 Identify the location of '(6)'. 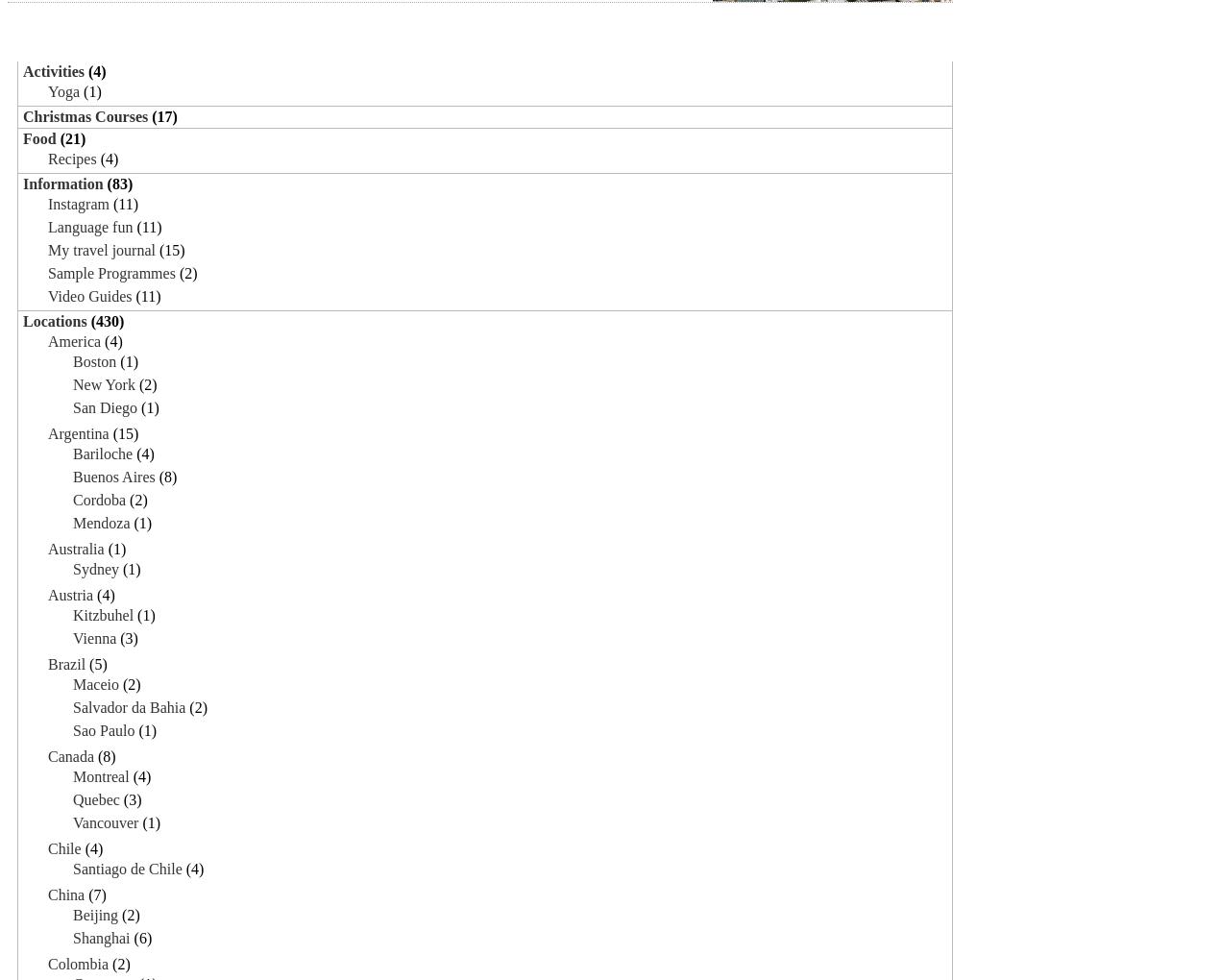
(128, 936).